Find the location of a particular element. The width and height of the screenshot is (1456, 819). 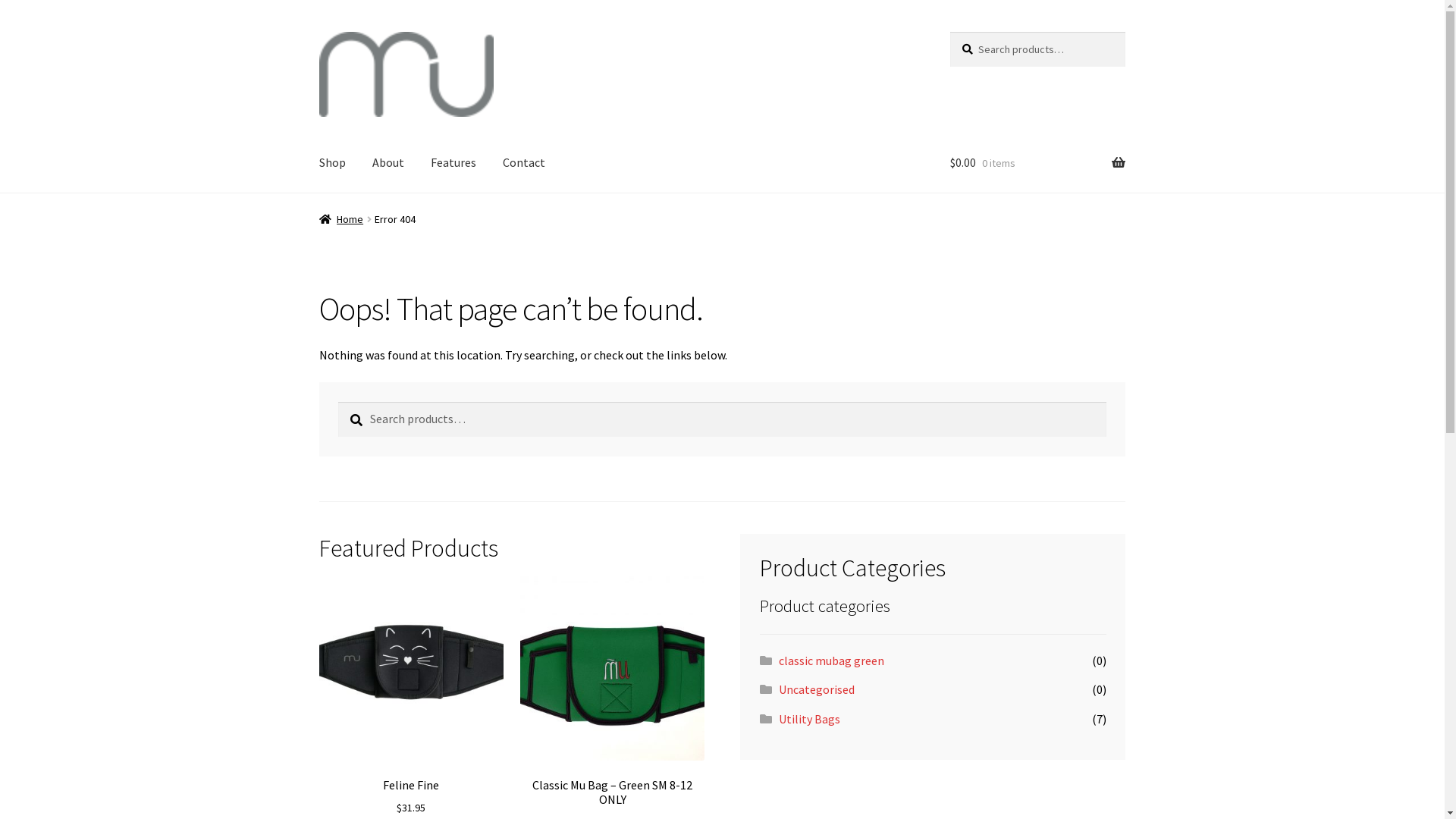

'Skip to navigation' is located at coordinates (318, 31).